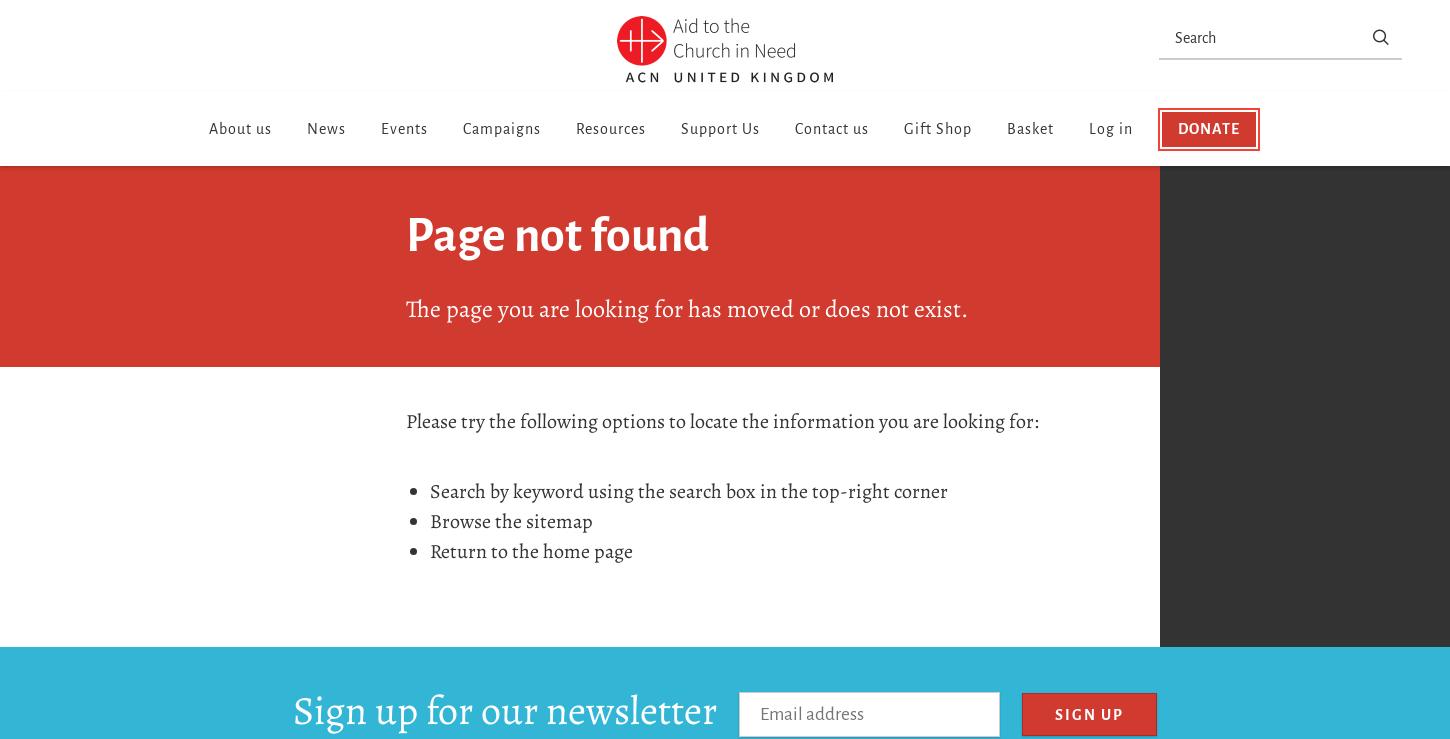 Image resolution: width=1450 pixels, height=739 pixels. What do you see at coordinates (526, 521) in the screenshot?
I see `'sitemap'` at bounding box center [526, 521].